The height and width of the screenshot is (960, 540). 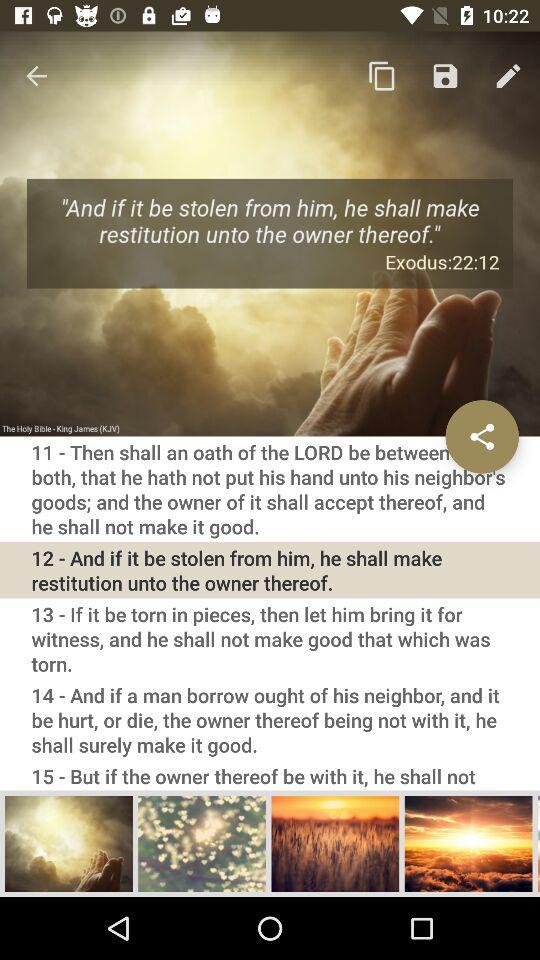 I want to click on picture, so click(x=468, y=842).